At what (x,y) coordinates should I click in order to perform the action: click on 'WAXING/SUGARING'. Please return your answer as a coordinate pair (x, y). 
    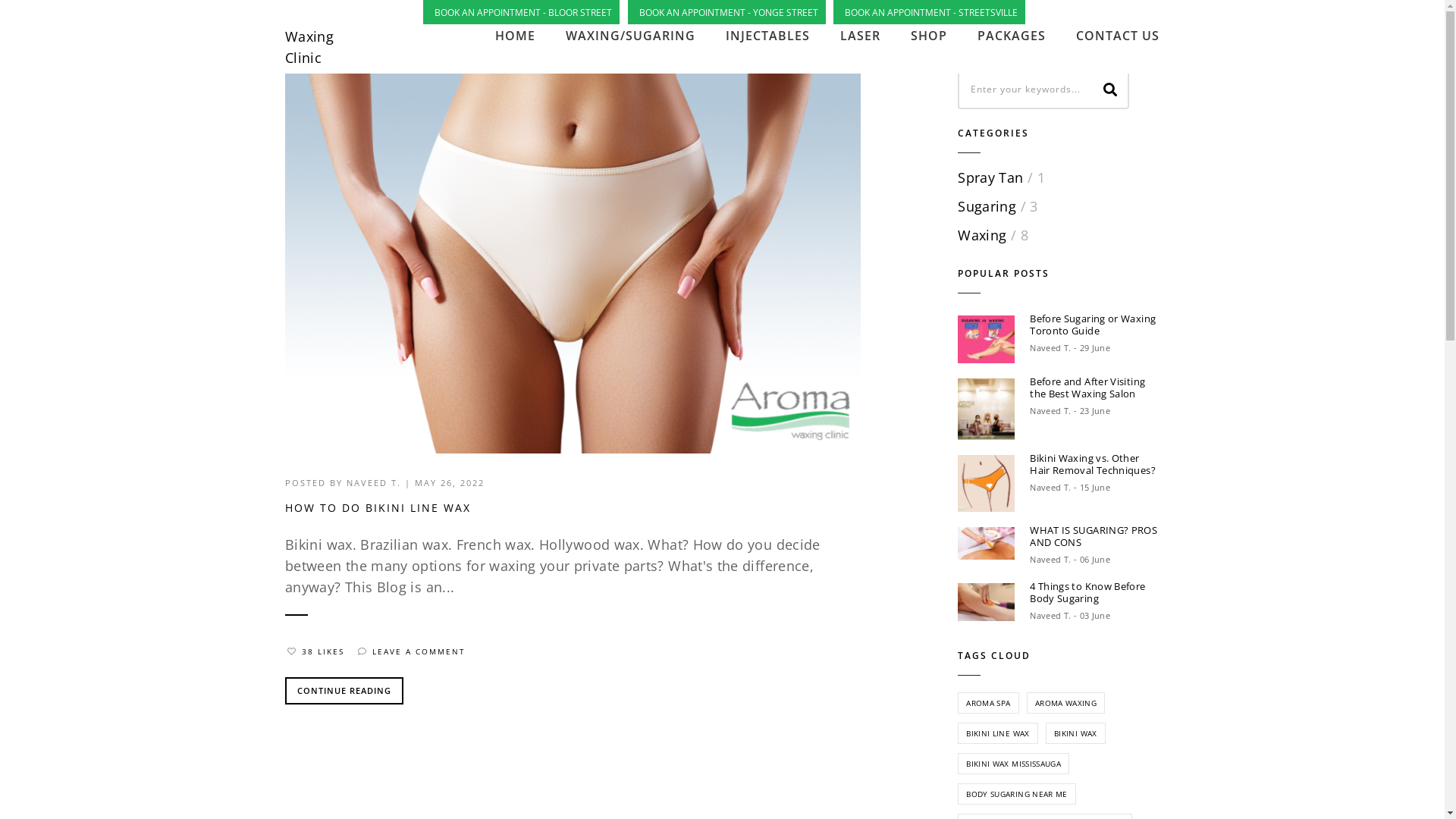
    Looking at the image, I should click on (630, 35).